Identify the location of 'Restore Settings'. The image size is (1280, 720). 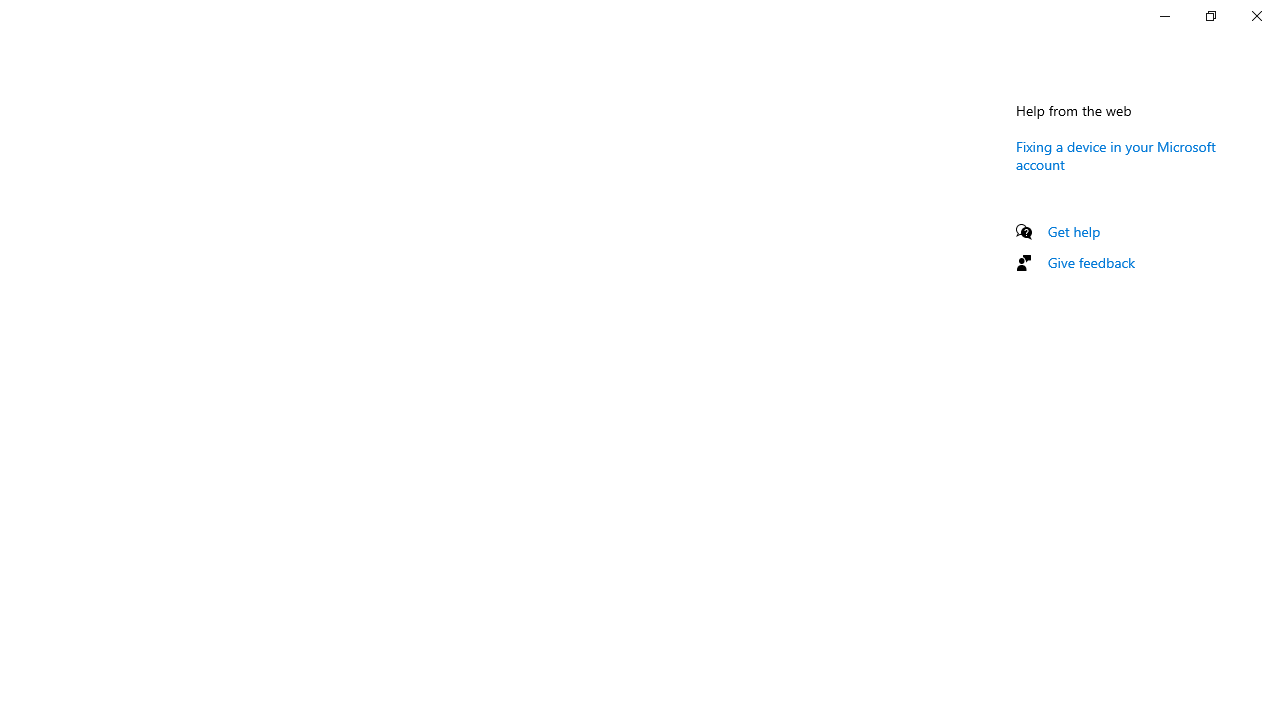
(1209, 15).